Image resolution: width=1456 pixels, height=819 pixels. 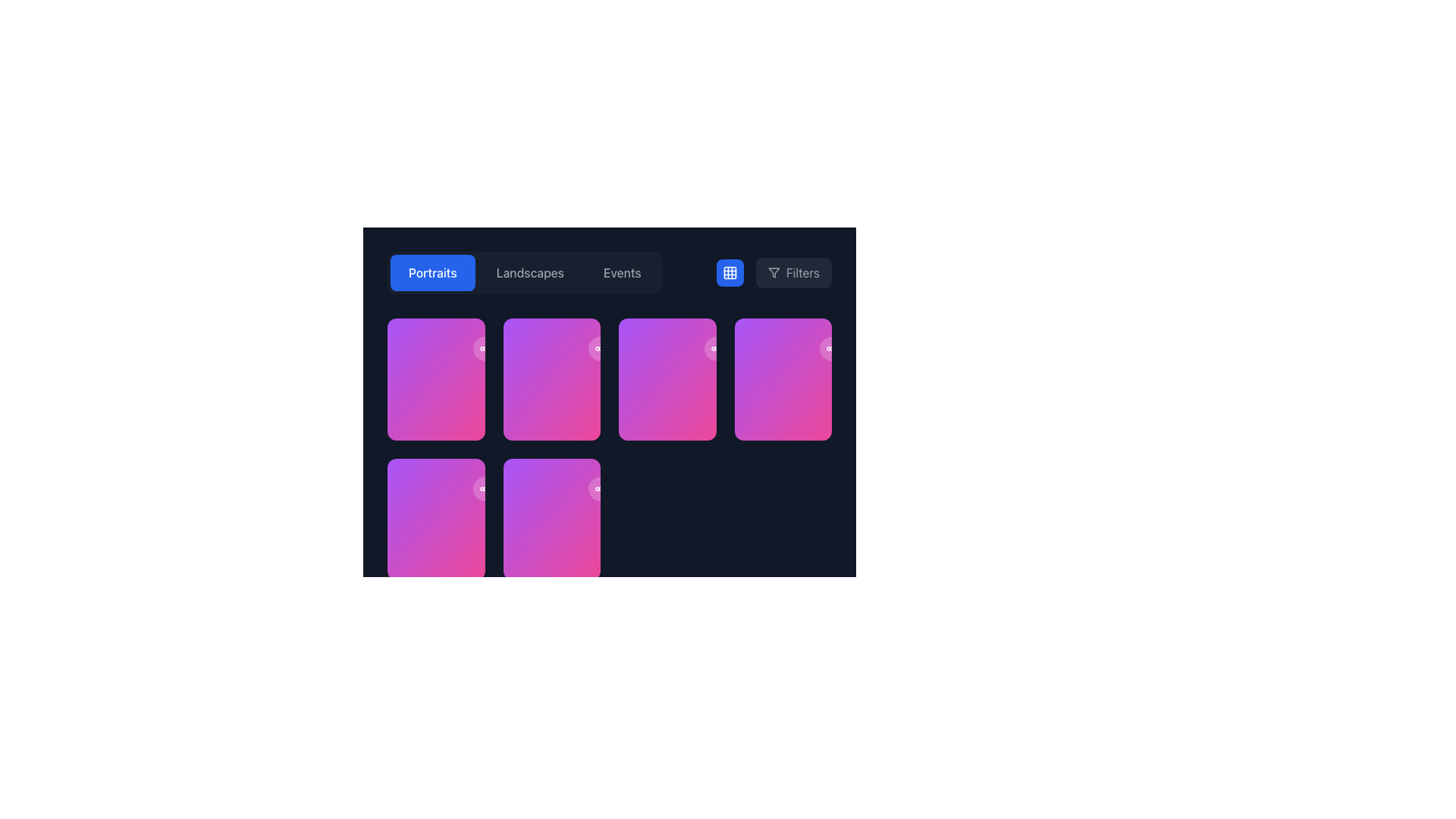 I want to click on the circular share button located on the right side of the card in the second row, first column of the grid layout to initiate sharing, so click(x=600, y=348).